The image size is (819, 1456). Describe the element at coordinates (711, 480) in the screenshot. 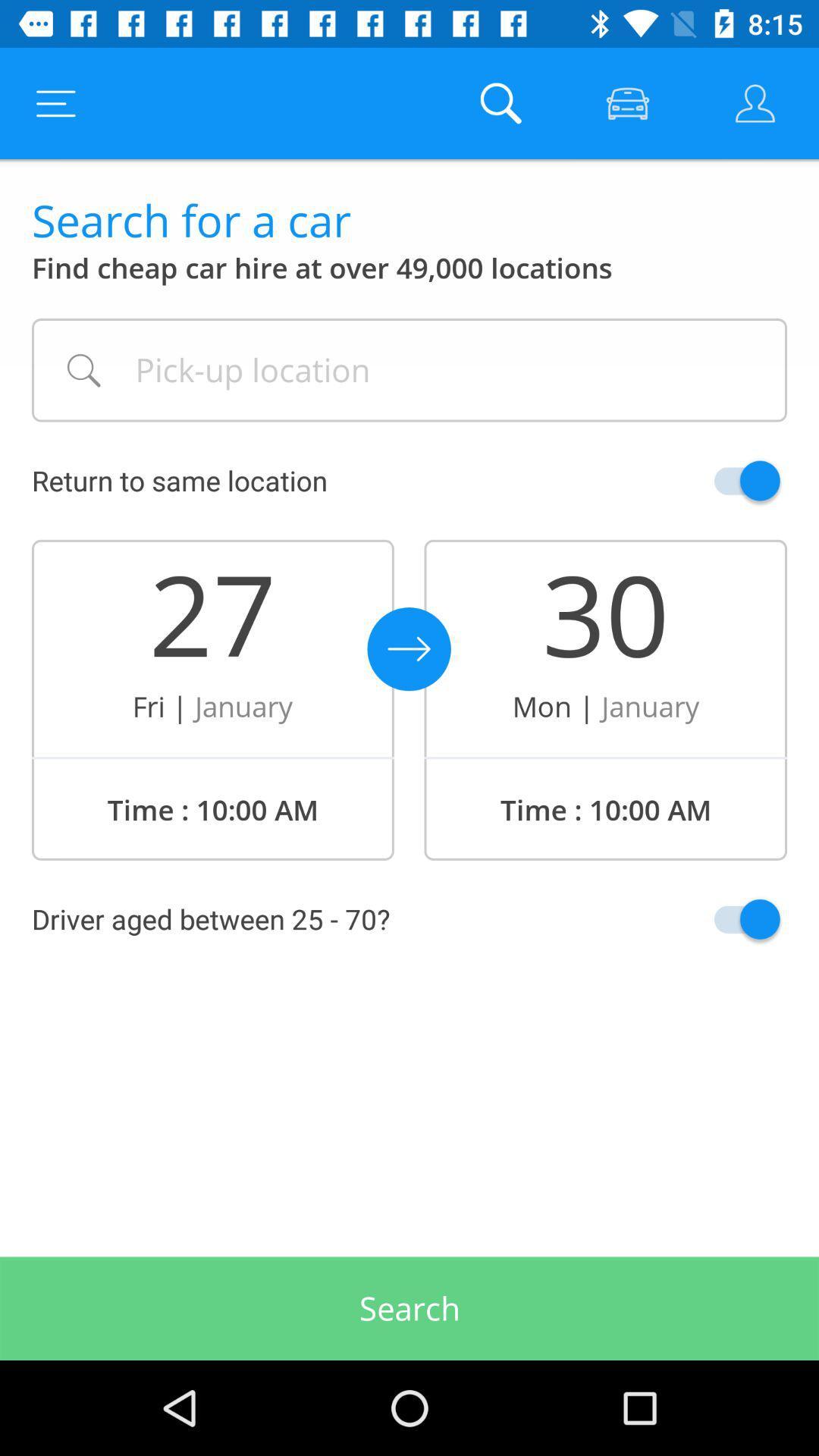

I see `return to same location` at that location.